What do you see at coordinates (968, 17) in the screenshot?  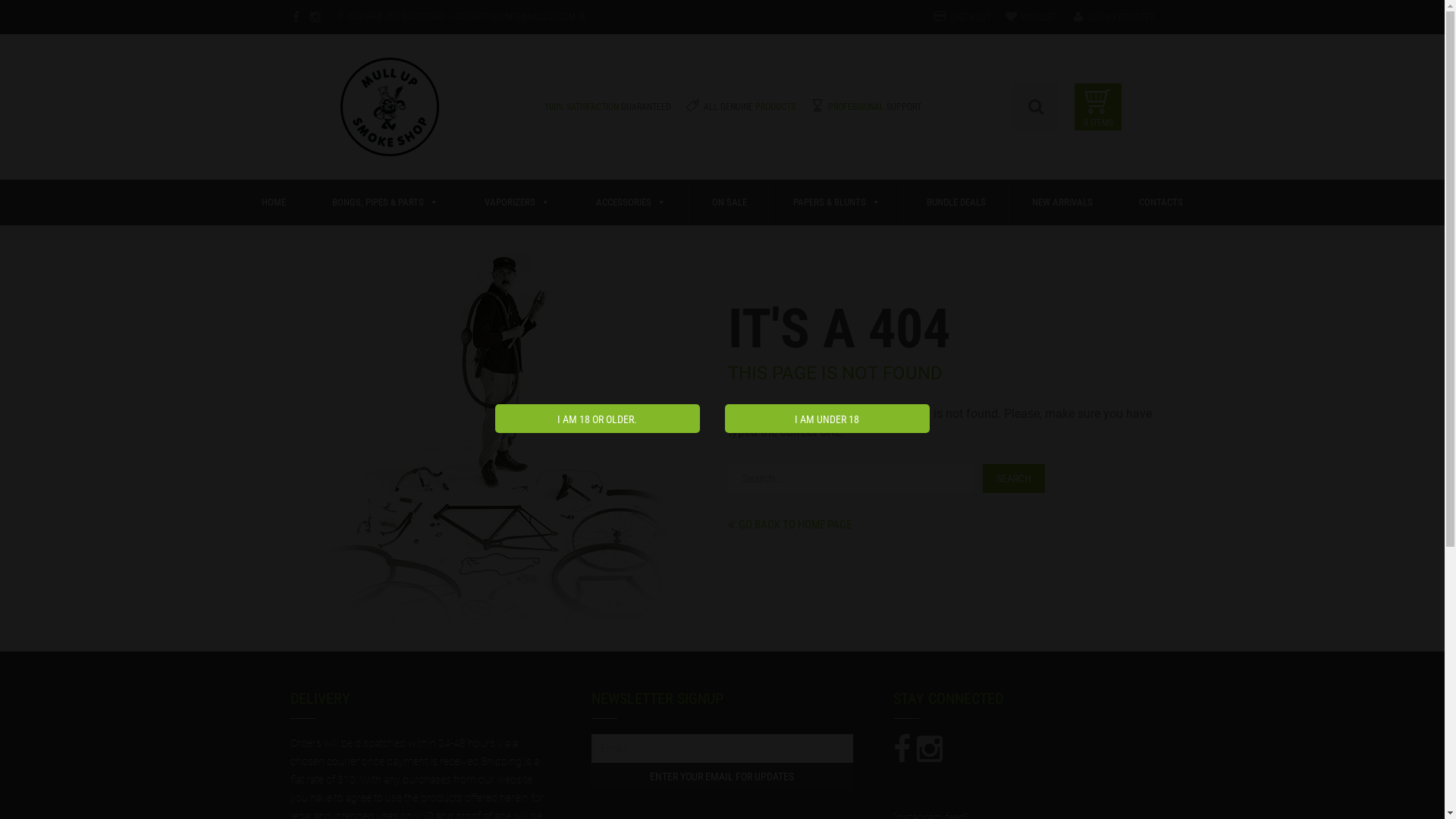 I see `'CHECKOUT'` at bounding box center [968, 17].